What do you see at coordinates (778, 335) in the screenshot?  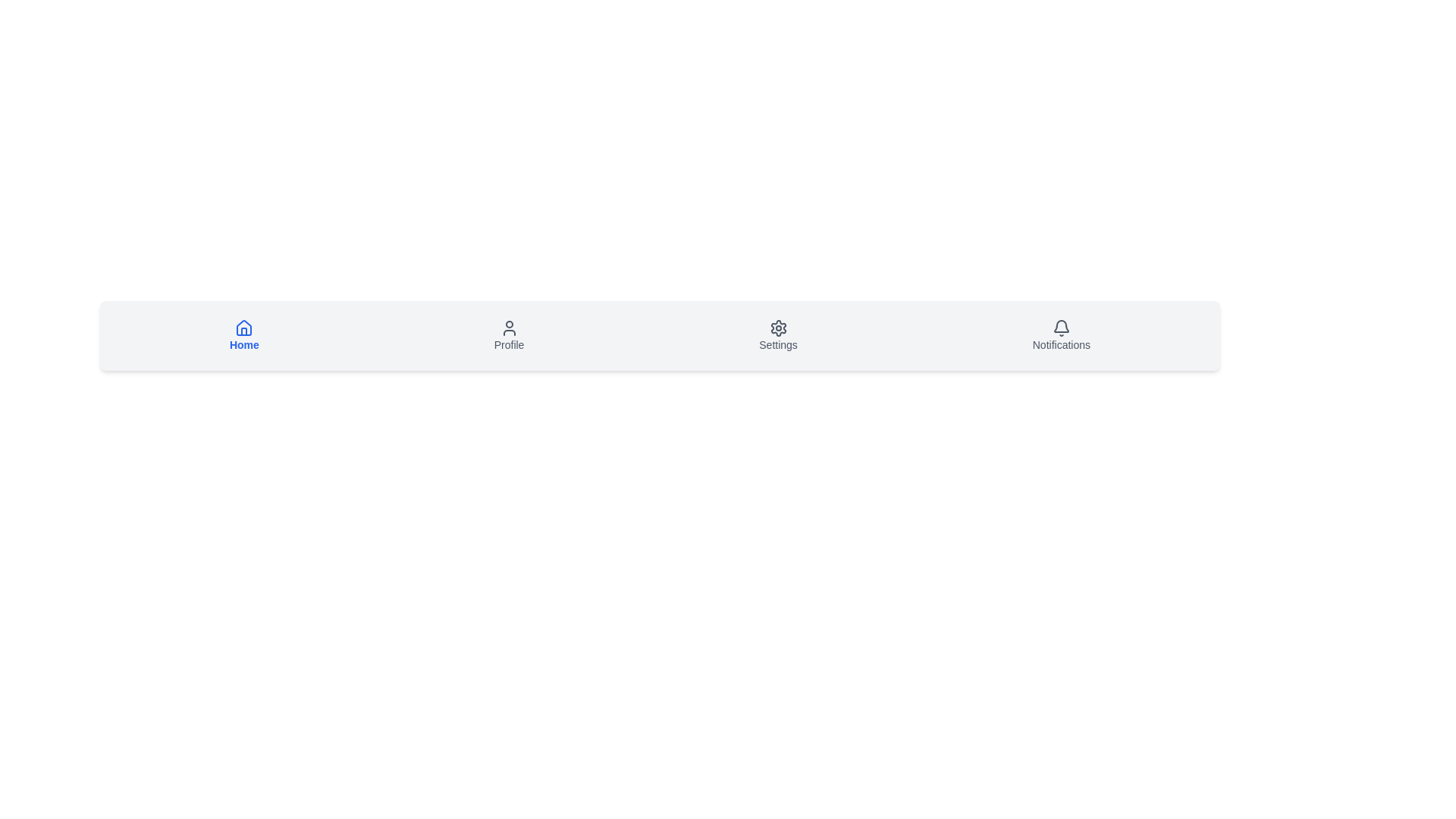 I see `the settings button located in the navigation bar between 'Profile' and 'Notifications' to observe a visual effect` at bounding box center [778, 335].